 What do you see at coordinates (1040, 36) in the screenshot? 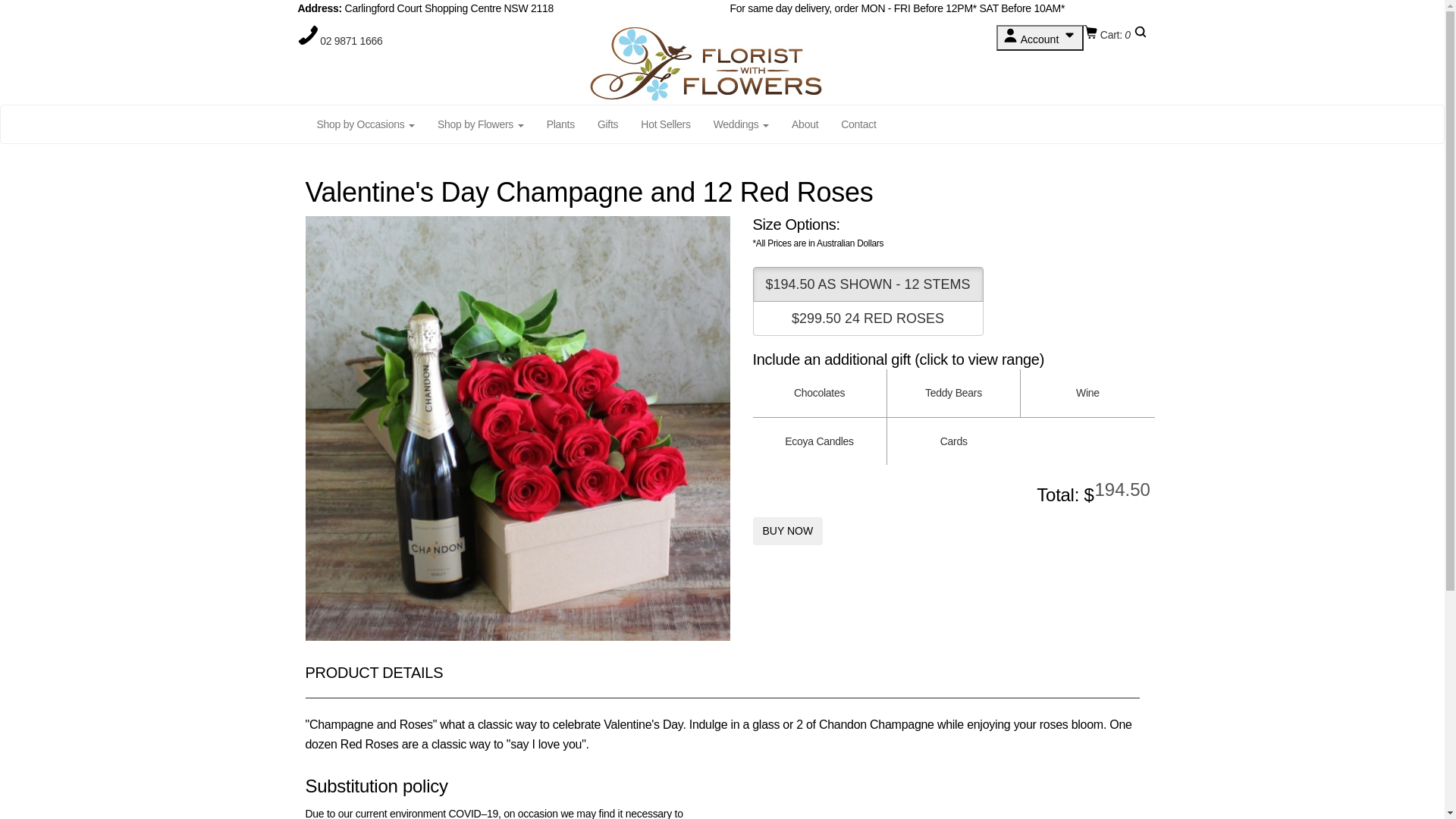
I see `'Account'` at bounding box center [1040, 36].